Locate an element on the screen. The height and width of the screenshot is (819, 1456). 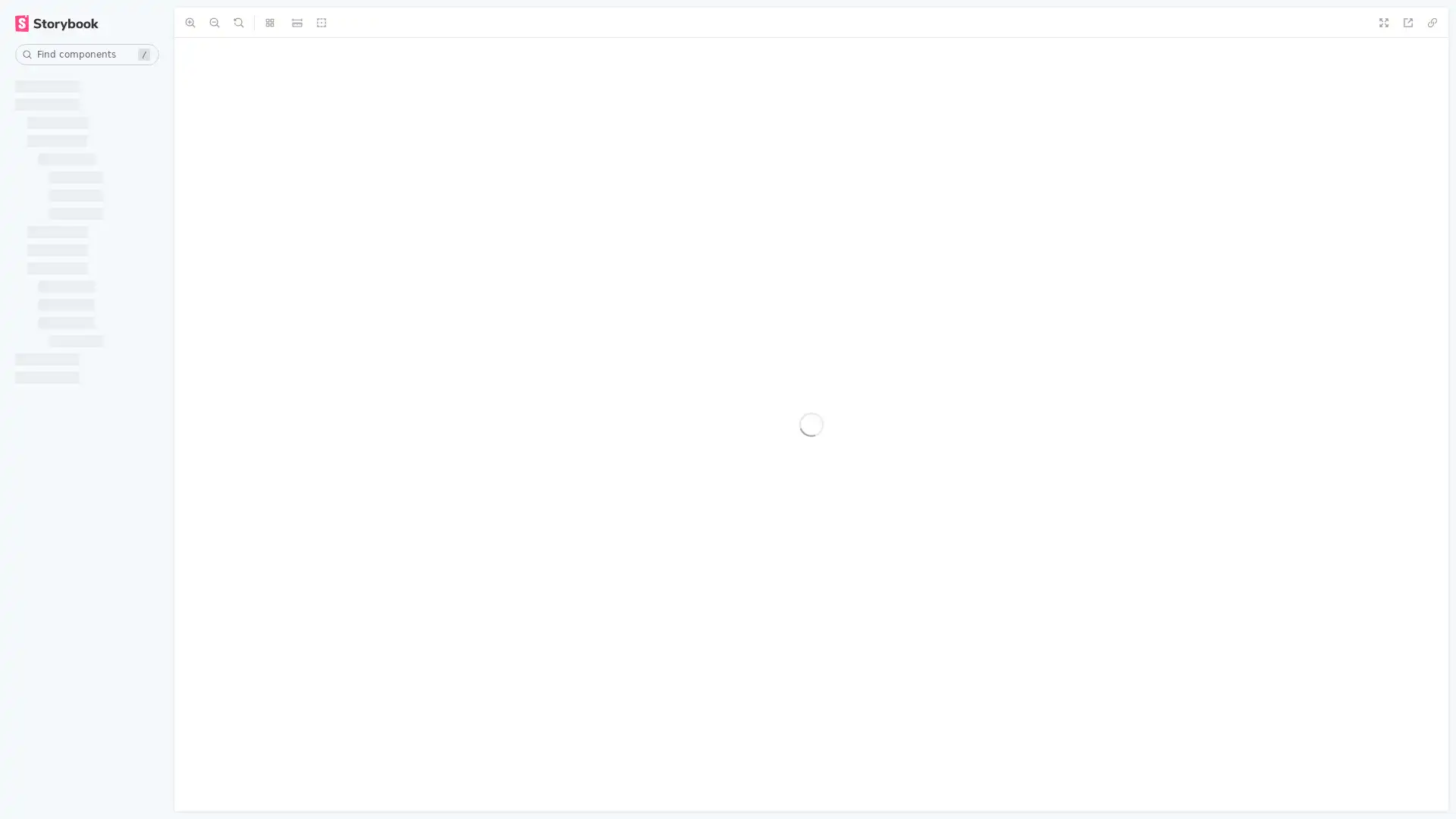
INTERNAL CONTROLLERS is located at coordinates (79, 745).